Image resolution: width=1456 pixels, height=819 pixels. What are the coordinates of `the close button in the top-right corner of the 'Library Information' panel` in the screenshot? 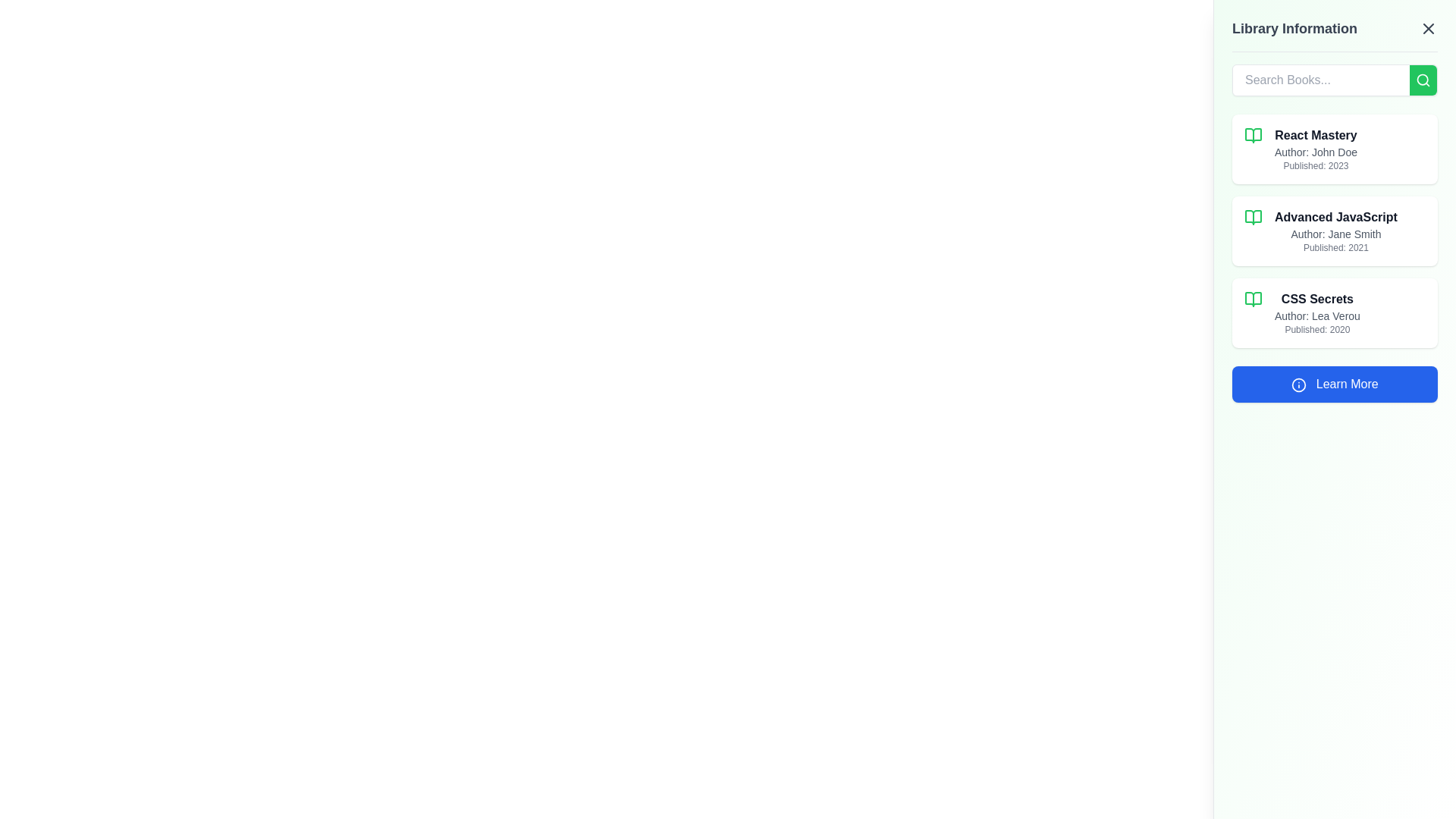 It's located at (1427, 29).